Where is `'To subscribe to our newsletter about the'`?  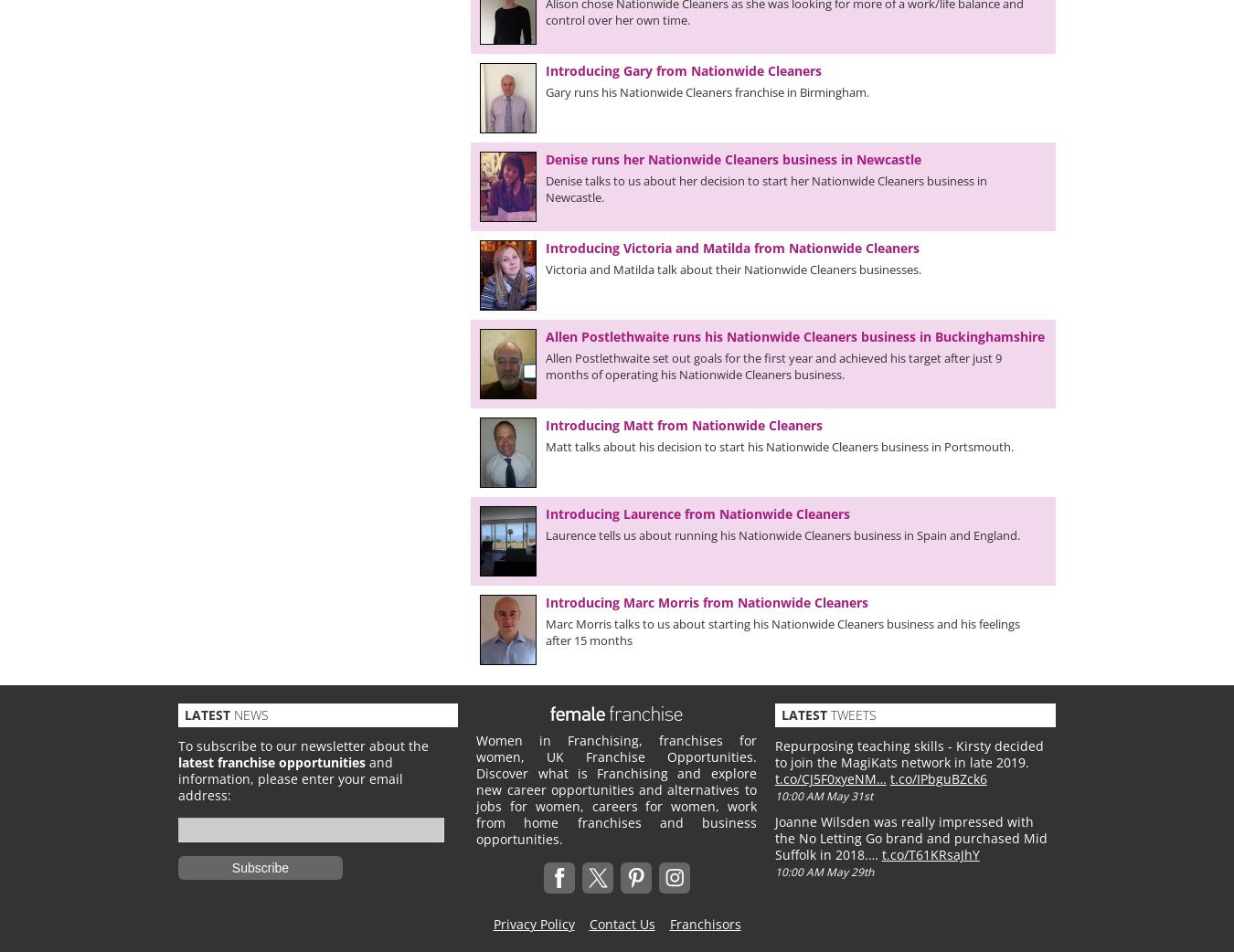
'To subscribe to our newsletter about the' is located at coordinates (302, 746).